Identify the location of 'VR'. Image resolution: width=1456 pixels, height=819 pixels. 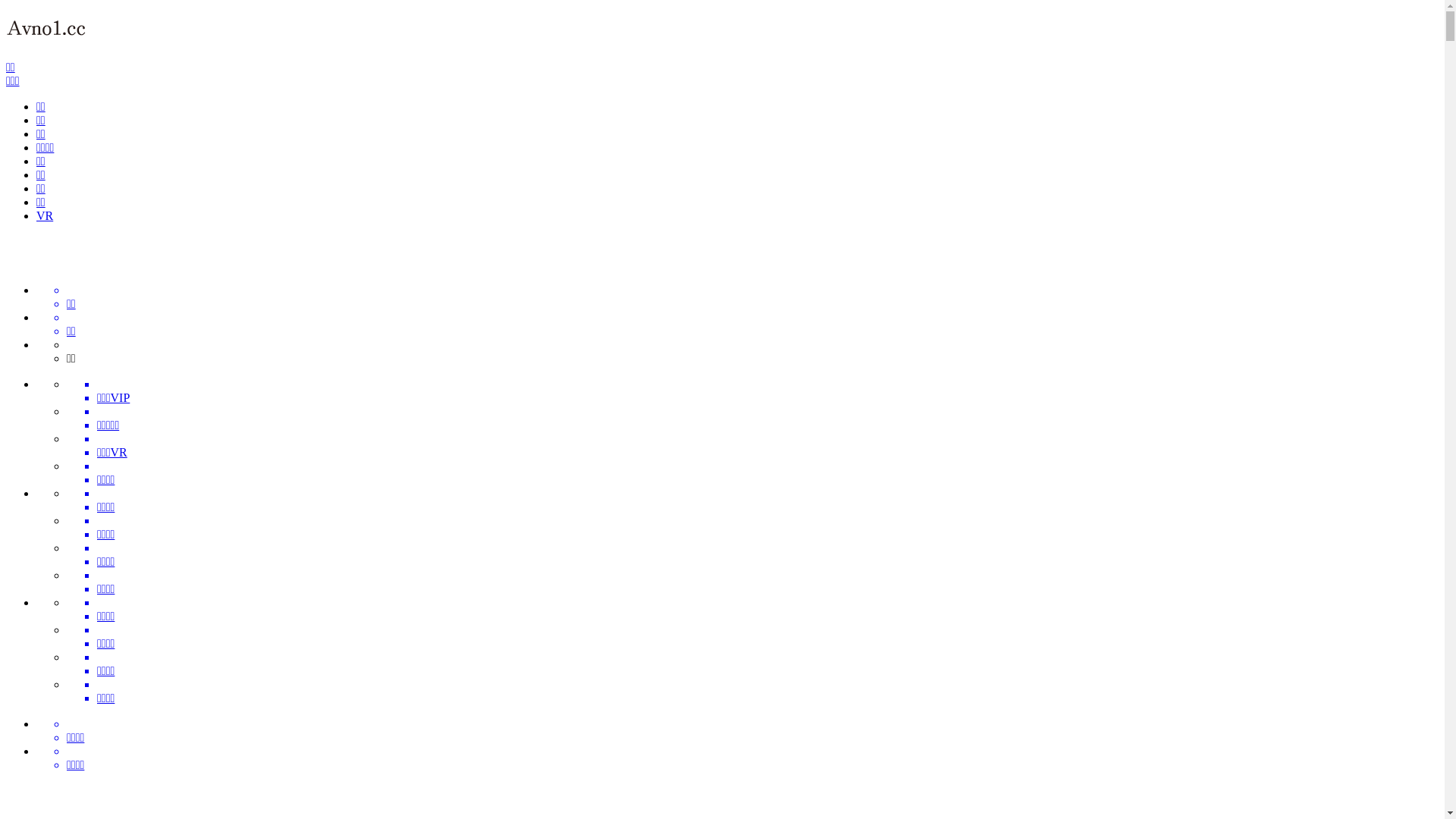
(44, 215).